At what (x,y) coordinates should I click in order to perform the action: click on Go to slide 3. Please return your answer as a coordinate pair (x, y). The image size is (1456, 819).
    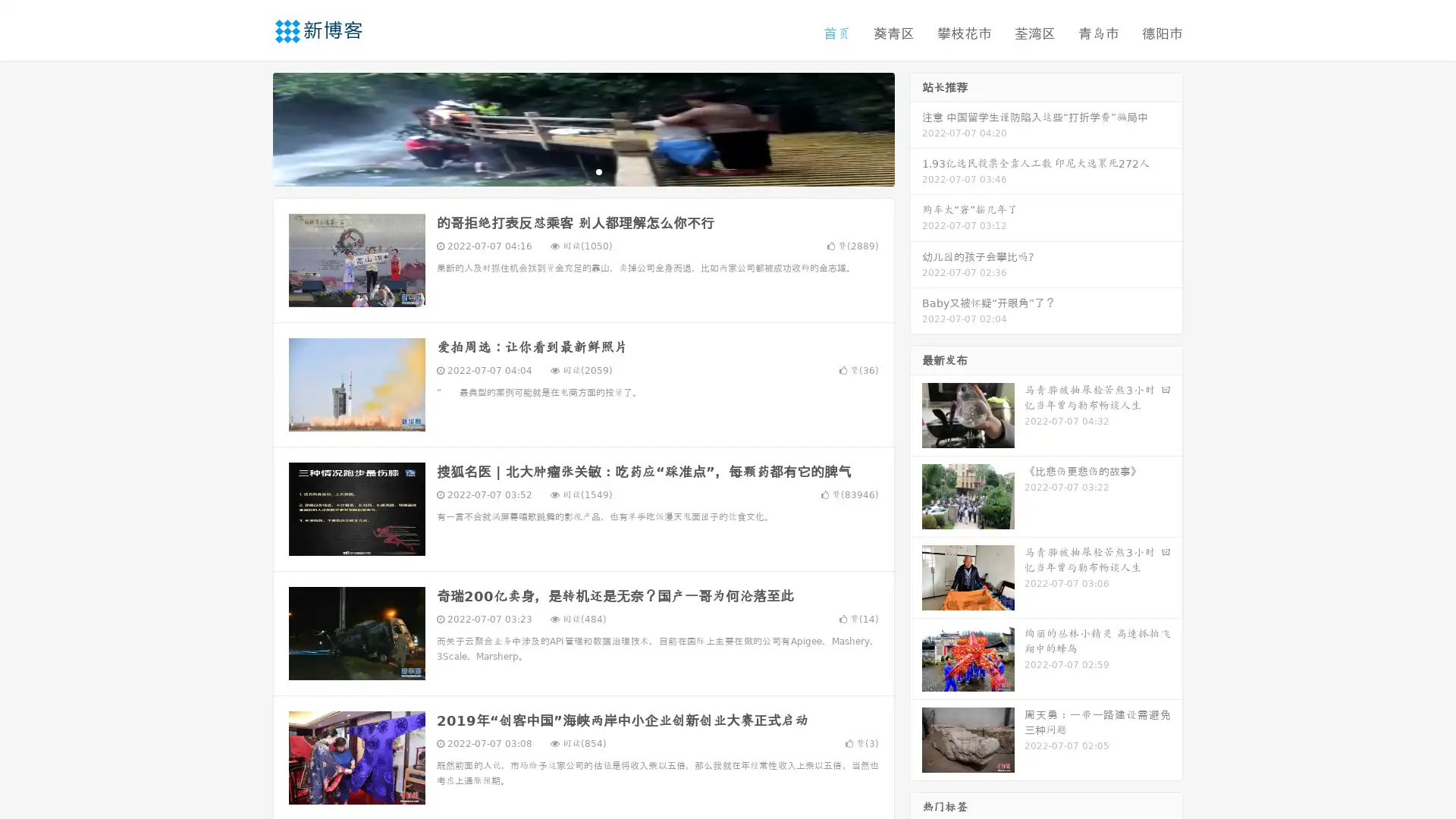
    Looking at the image, I should click on (598, 171).